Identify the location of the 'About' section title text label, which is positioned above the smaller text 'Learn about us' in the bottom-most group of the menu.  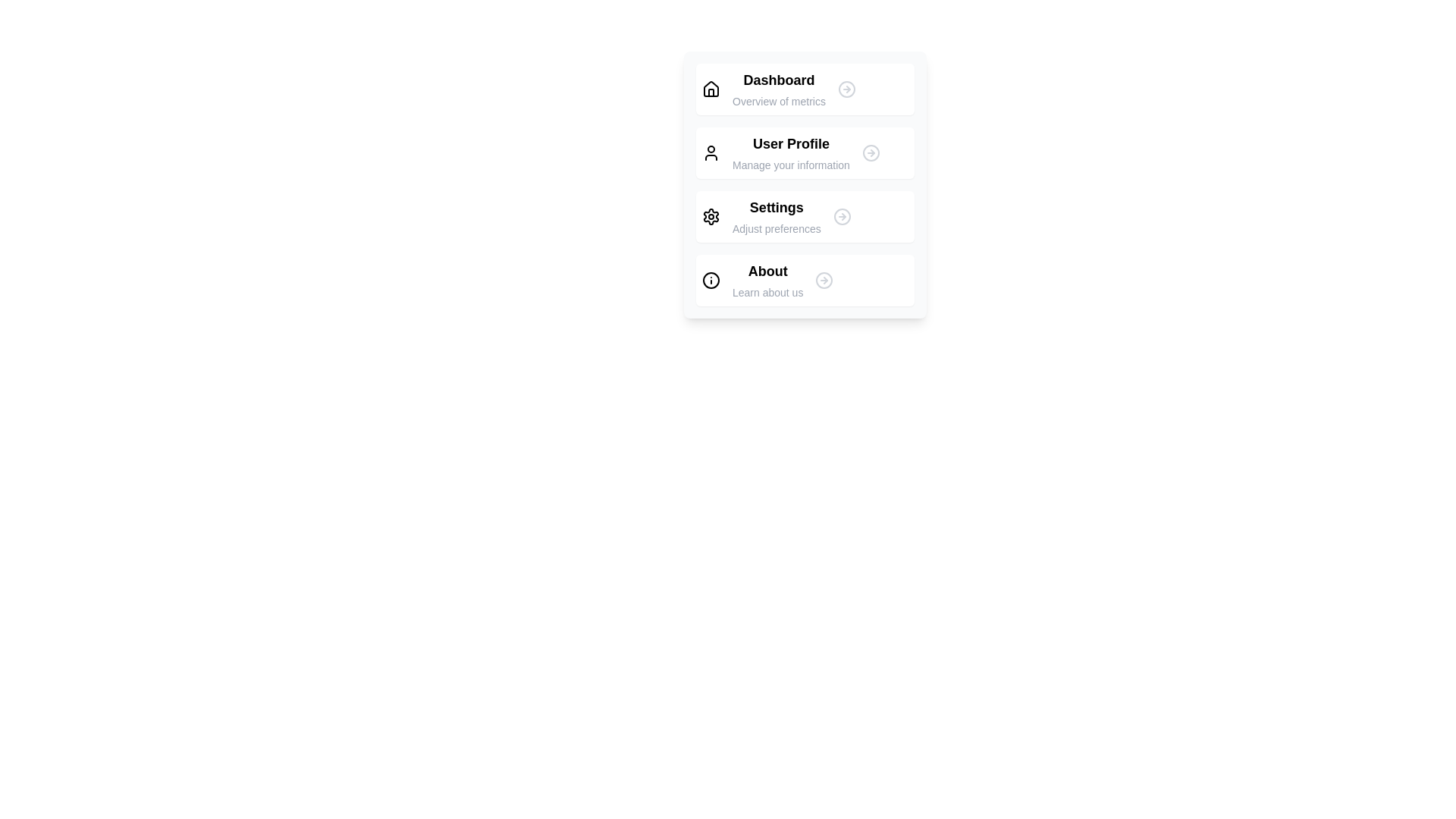
(767, 271).